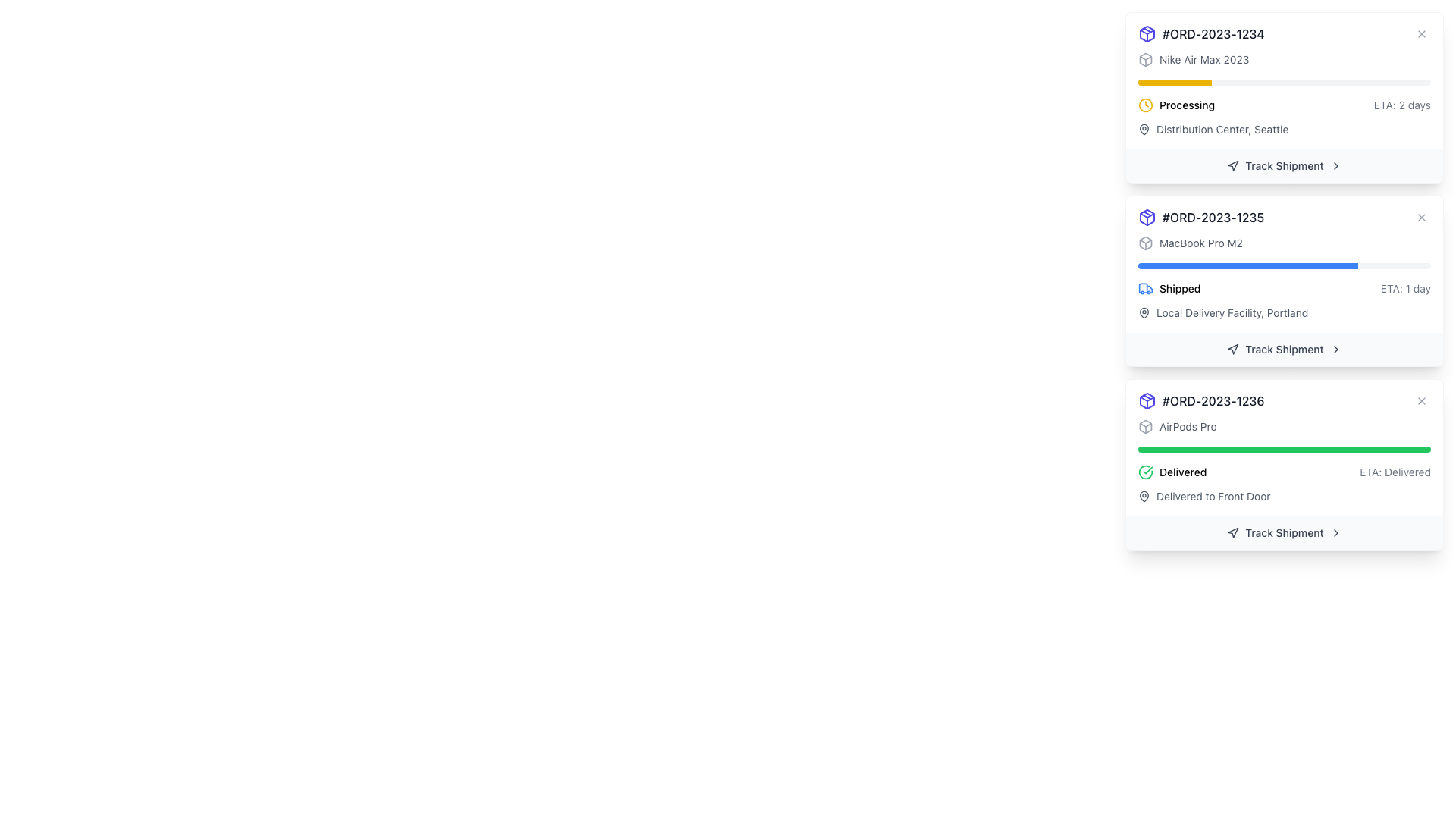  Describe the element at coordinates (1395, 472) in the screenshot. I see `the text label displaying the estimated time of arrival for the delivery status labeled 'Delivered', which is located in the bottom-right section of the third card, to the right of the 'Delivered' label and the green progress bar` at that location.